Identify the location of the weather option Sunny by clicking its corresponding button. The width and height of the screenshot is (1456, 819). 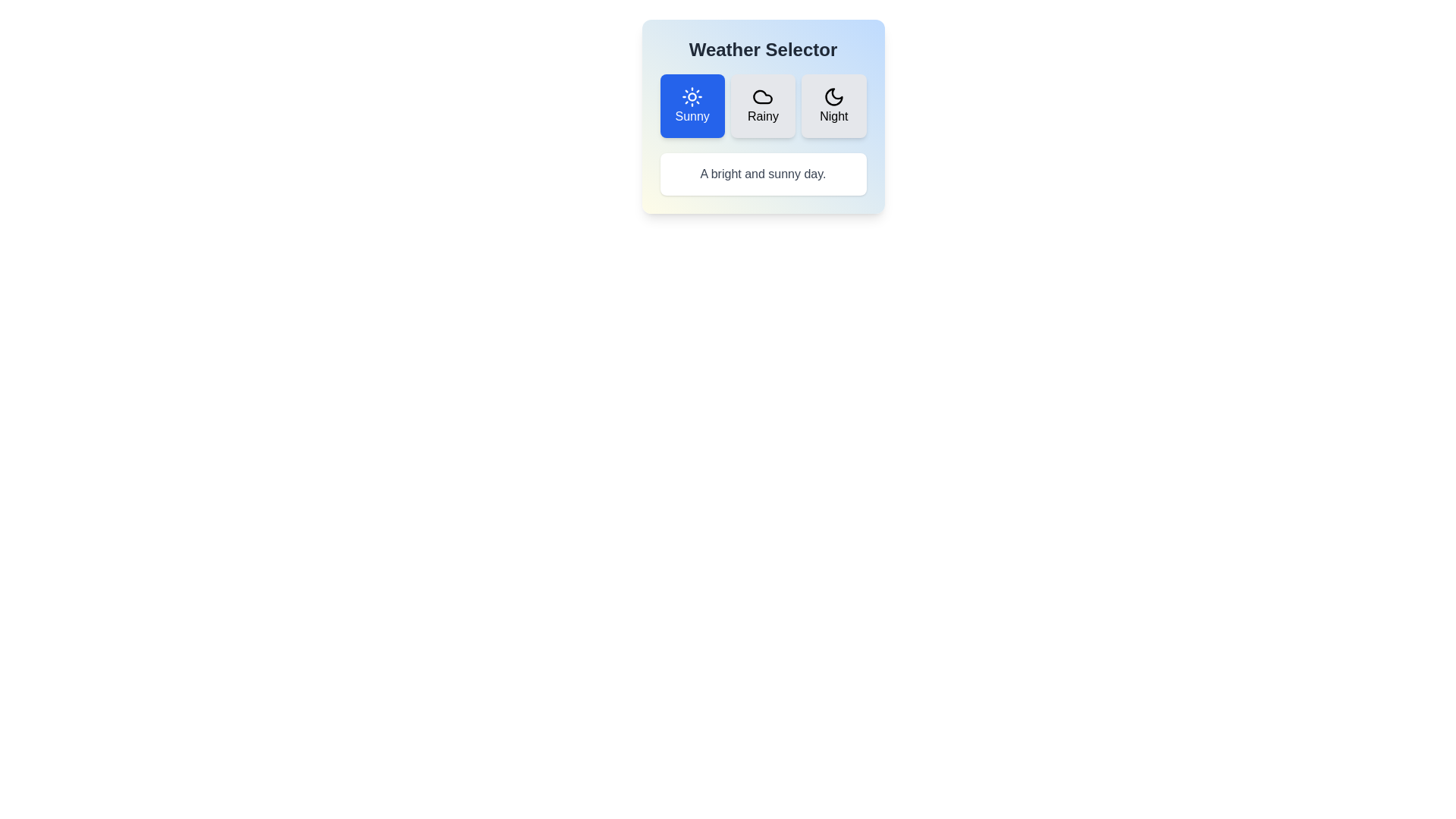
(692, 105).